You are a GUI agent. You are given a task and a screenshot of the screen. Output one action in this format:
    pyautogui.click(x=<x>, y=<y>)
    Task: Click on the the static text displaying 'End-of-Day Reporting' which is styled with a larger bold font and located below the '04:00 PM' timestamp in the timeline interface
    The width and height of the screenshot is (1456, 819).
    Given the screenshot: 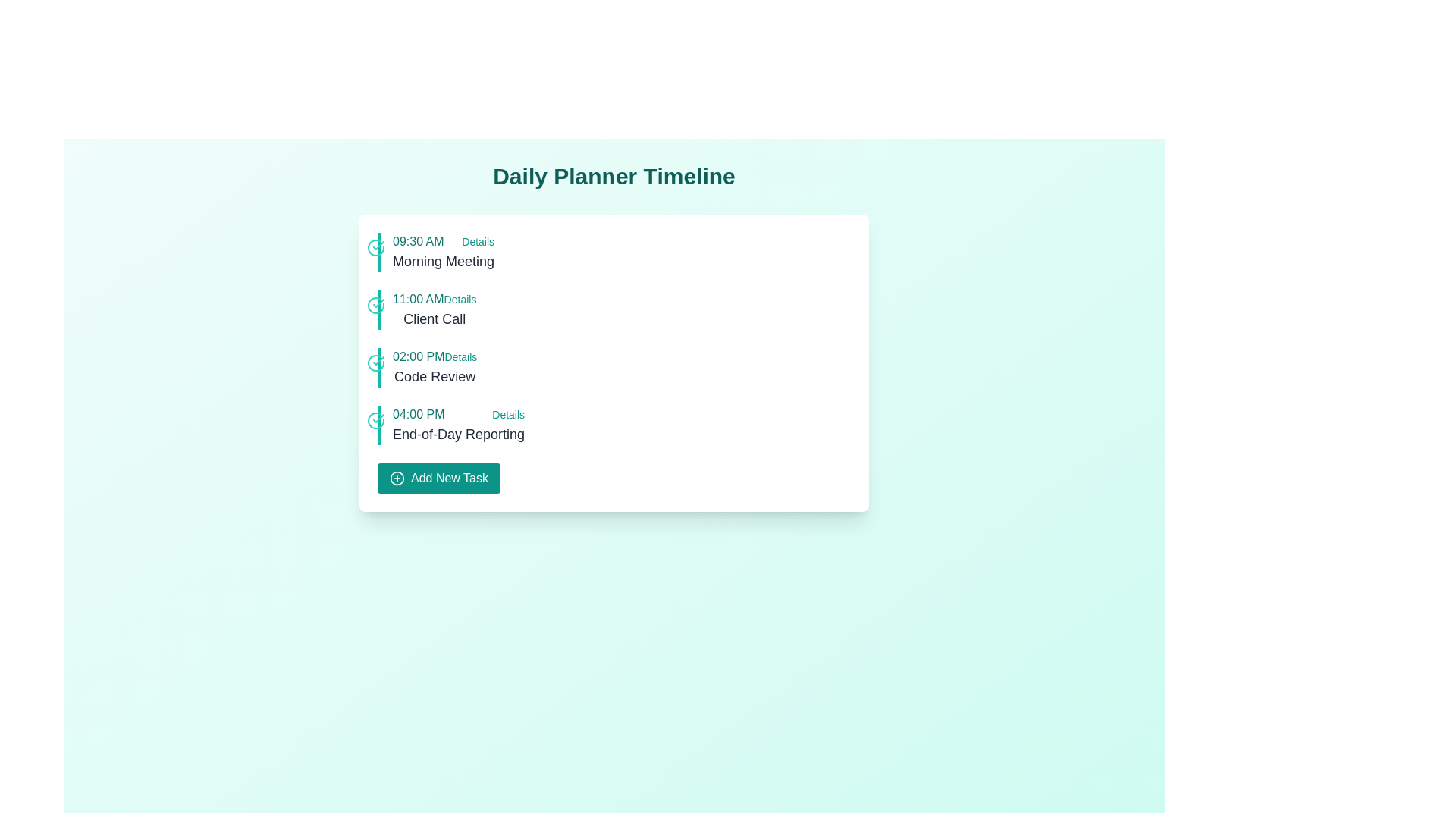 What is the action you would take?
    pyautogui.click(x=457, y=435)
    